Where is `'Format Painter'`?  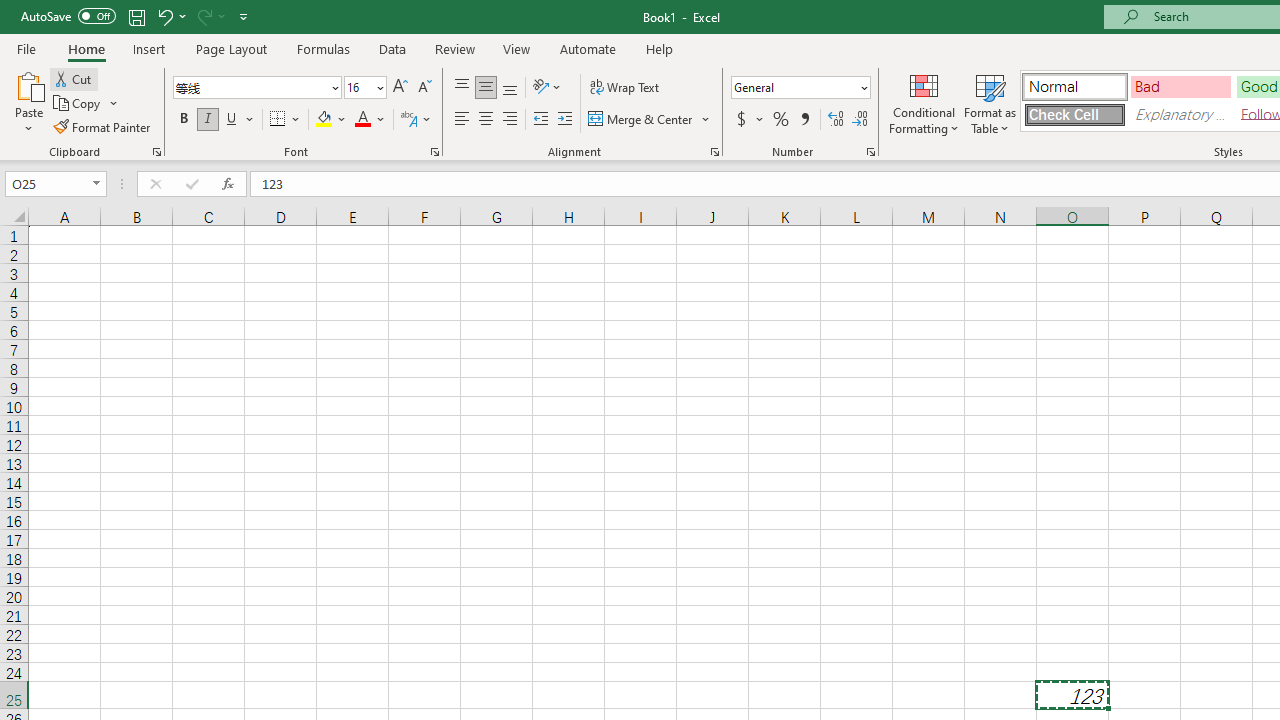
'Format Painter' is located at coordinates (102, 127).